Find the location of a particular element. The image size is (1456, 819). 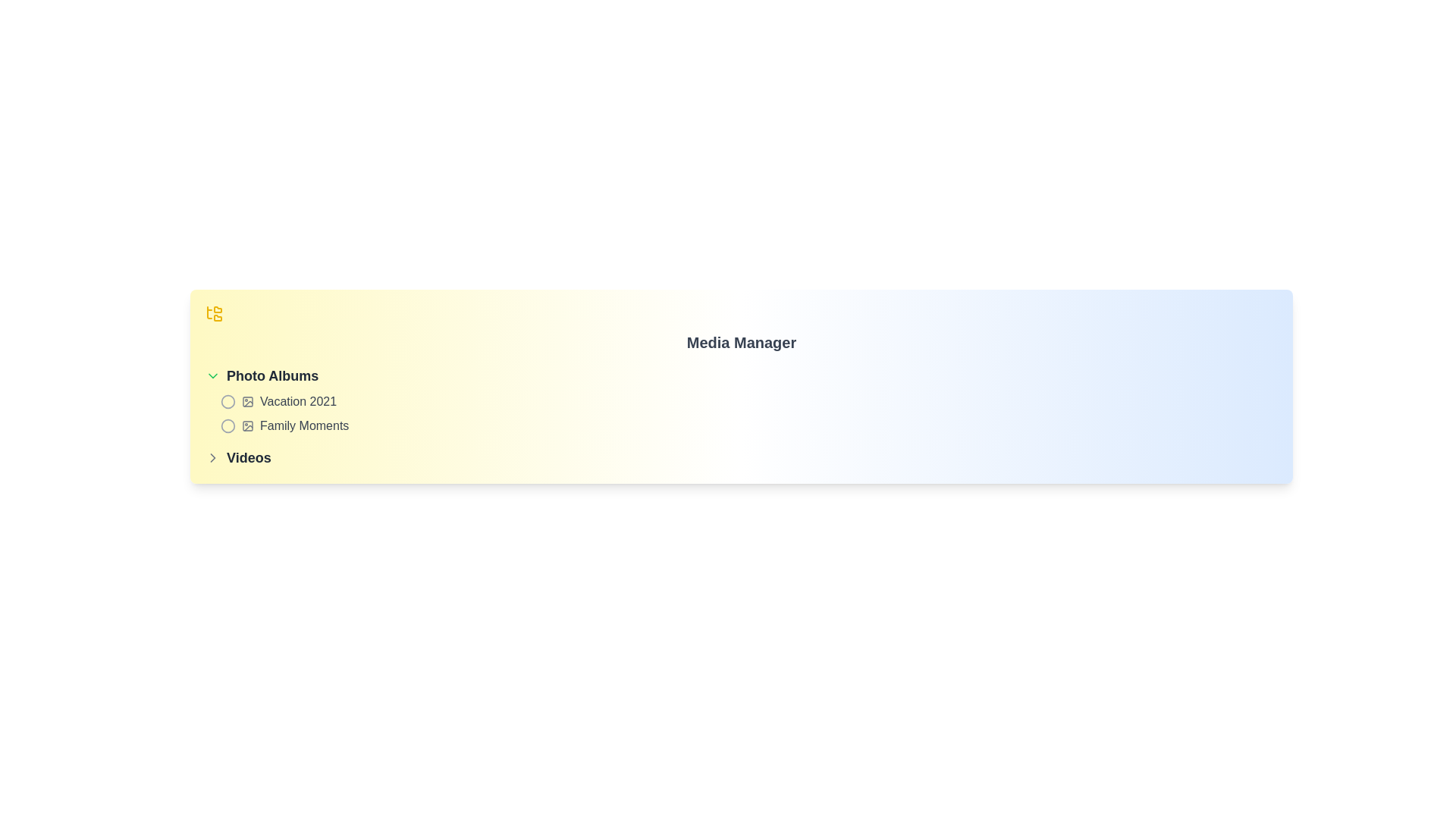

the text label representing the photo album titled 'Vacation 2021' in the 'Photo Albums' section of the media management interface is located at coordinates (298, 400).